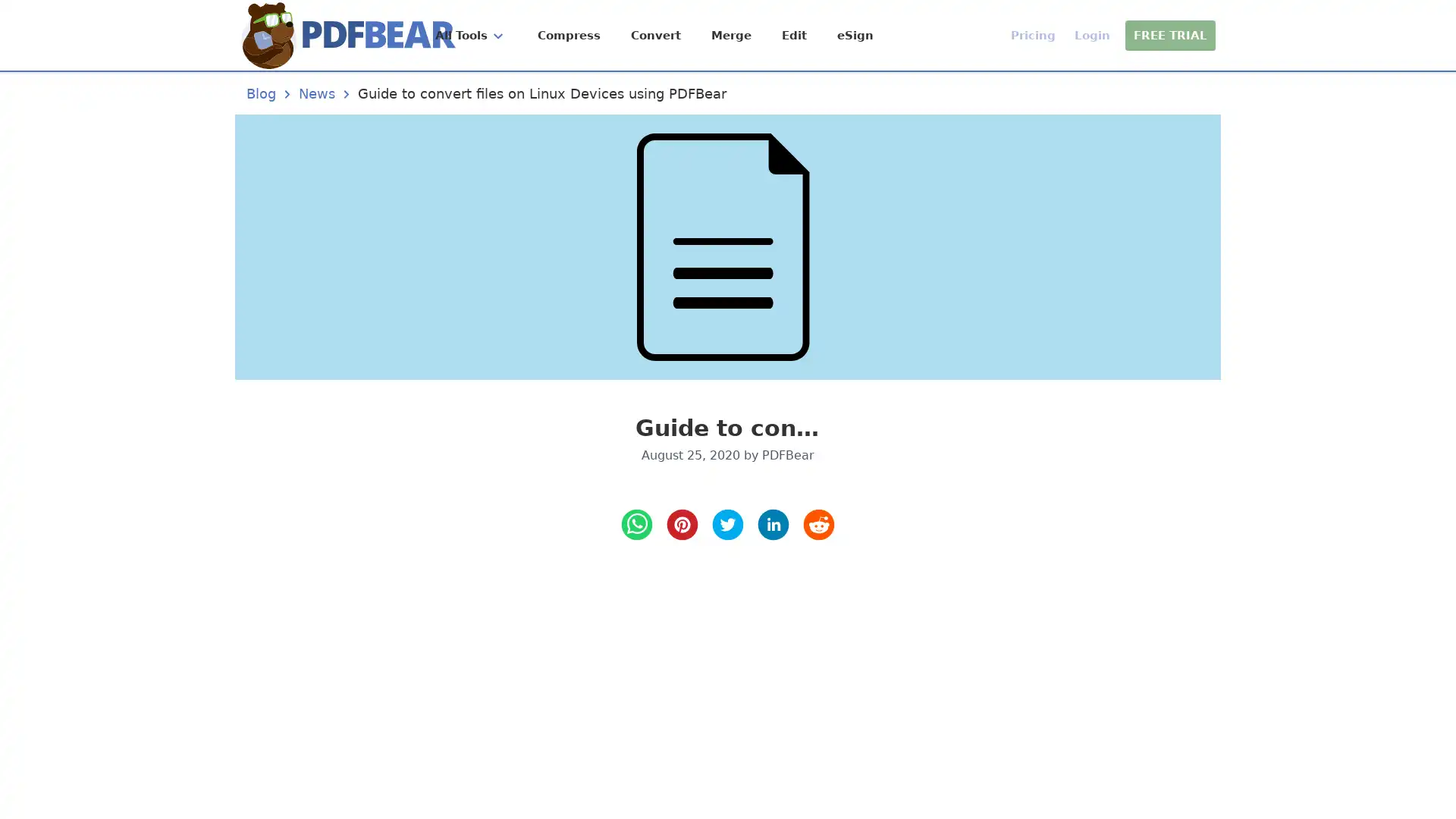 Image resolution: width=1456 pixels, height=819 pixels. What do you see at coordinates (728, 246) in the screenshot?
I see `Guide to convert files on Linux Devices using PDFBear` at bounding box center [728, 246].